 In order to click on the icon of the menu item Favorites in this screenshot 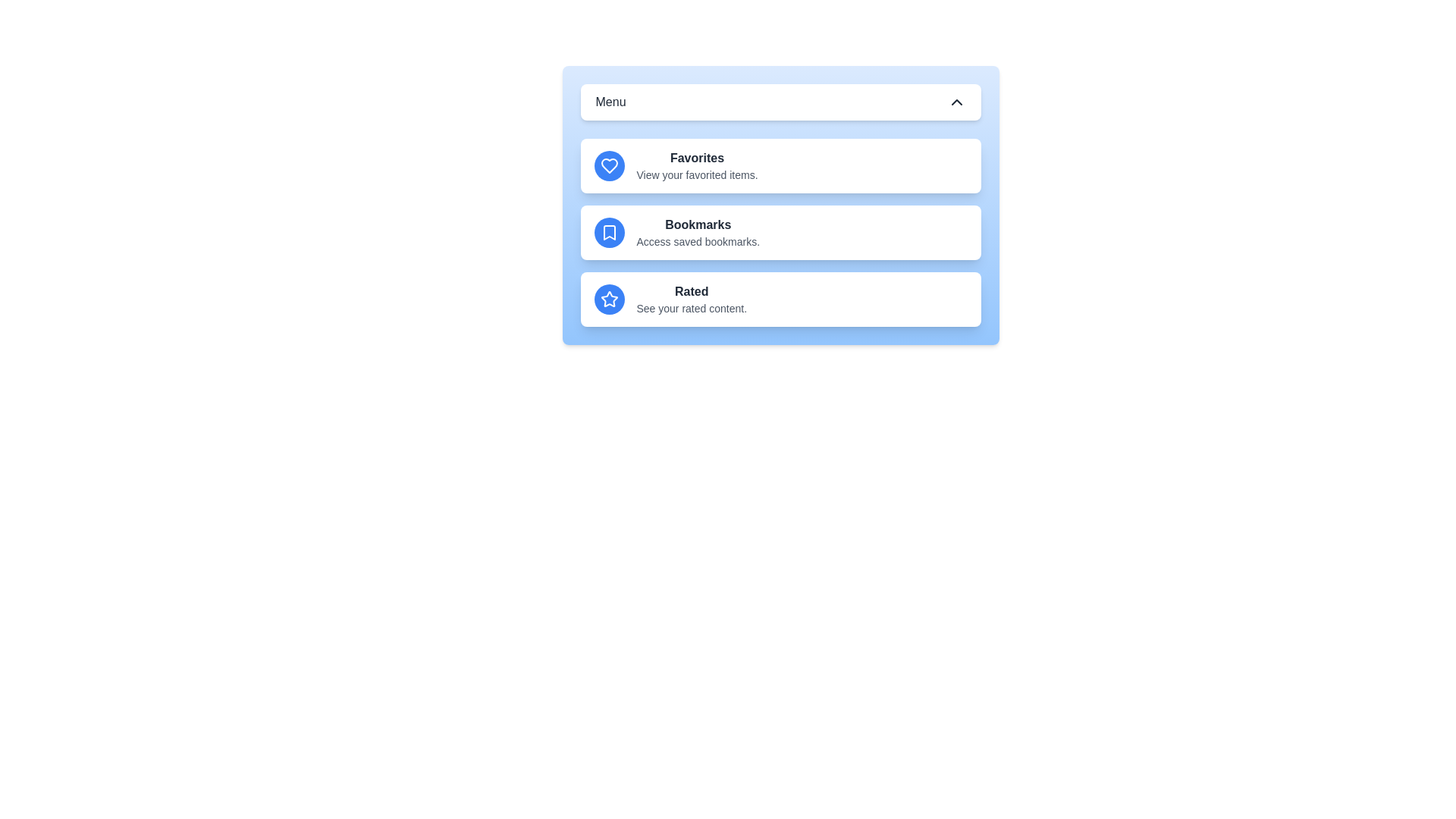, I will do `click(609, 166)`.